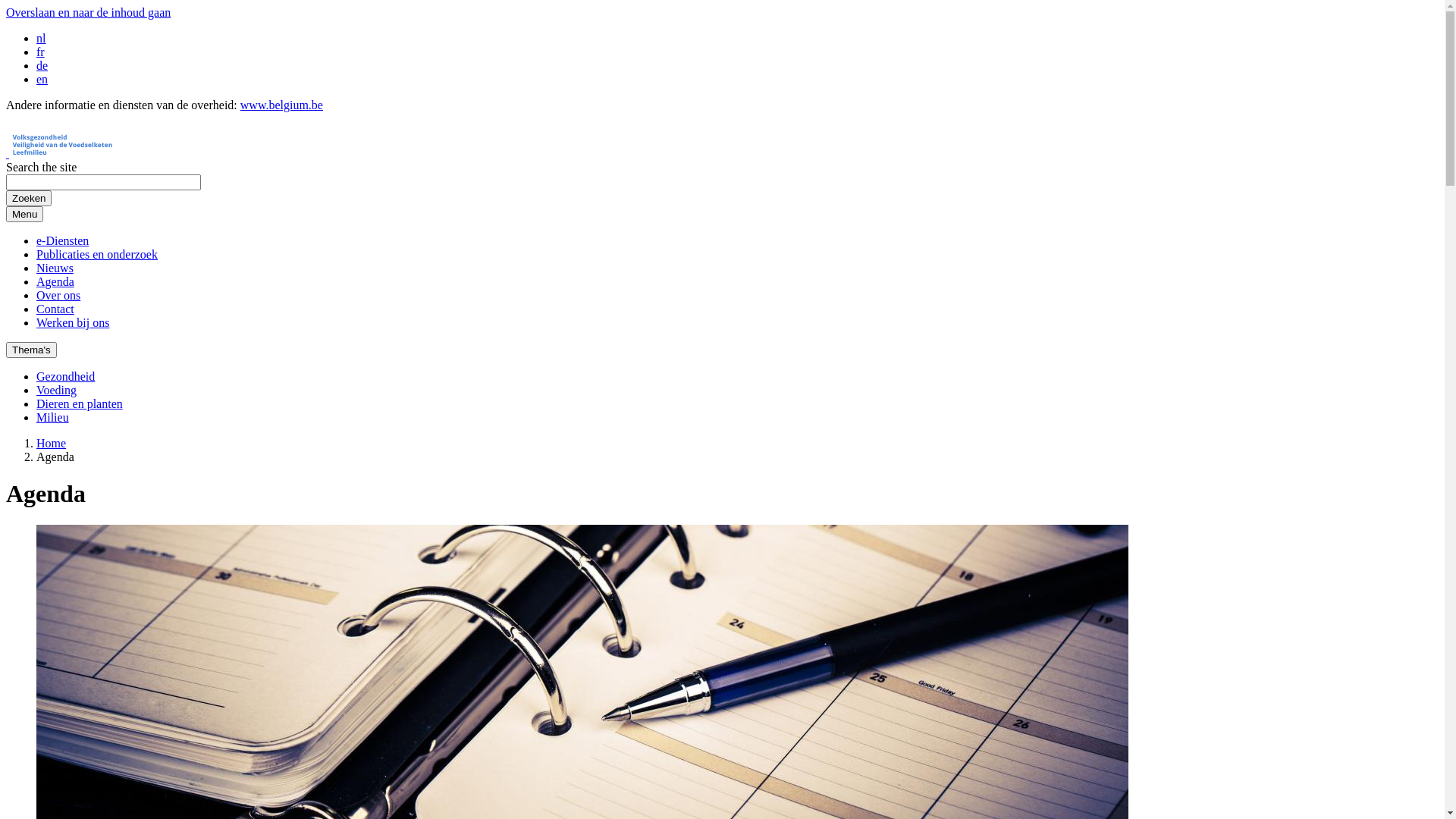 The image size is (1456, 819). I want to click on 'Over ons', so click(58, 295).